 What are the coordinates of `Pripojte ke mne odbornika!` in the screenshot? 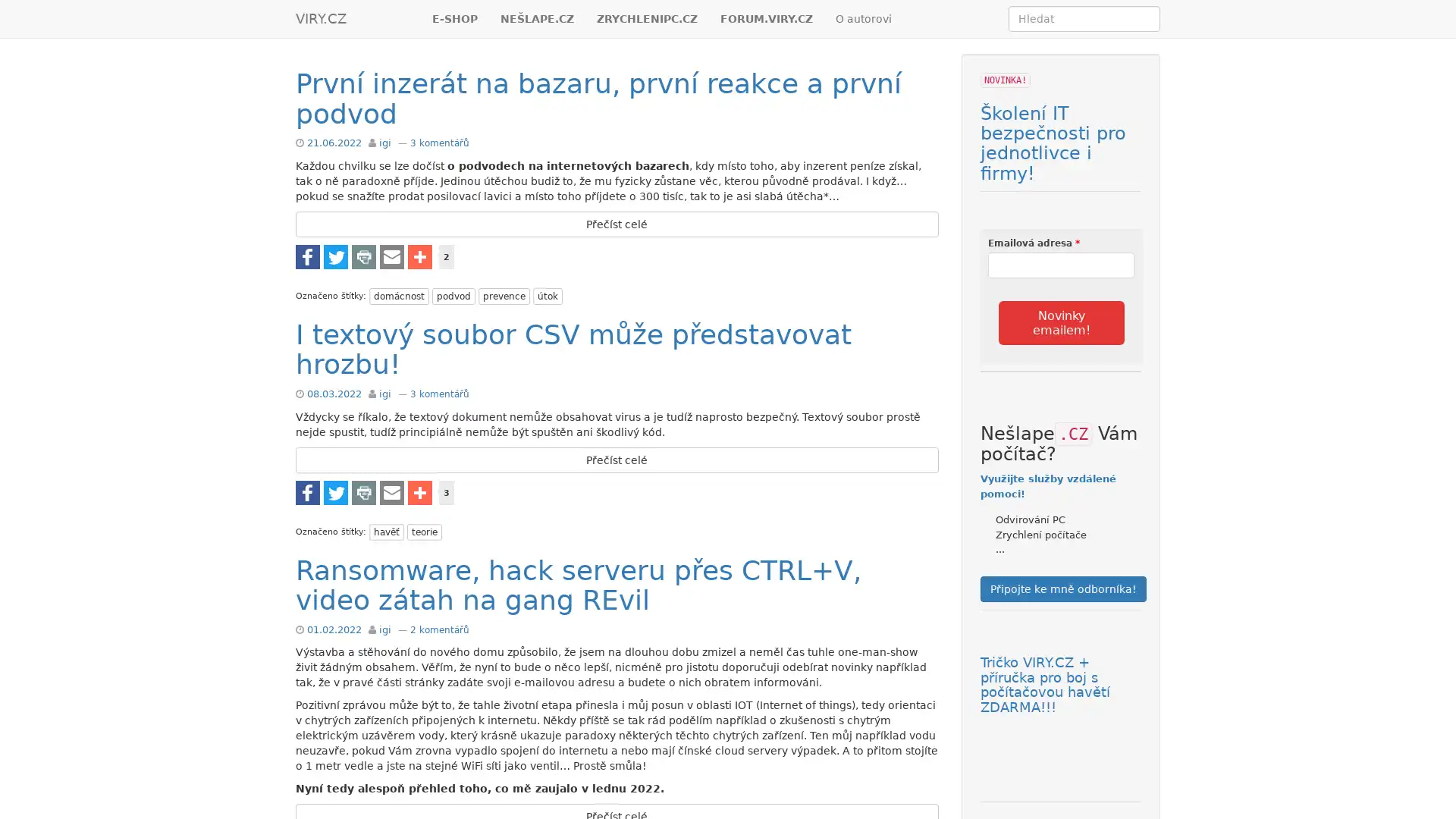 It's located at (1062, 587).